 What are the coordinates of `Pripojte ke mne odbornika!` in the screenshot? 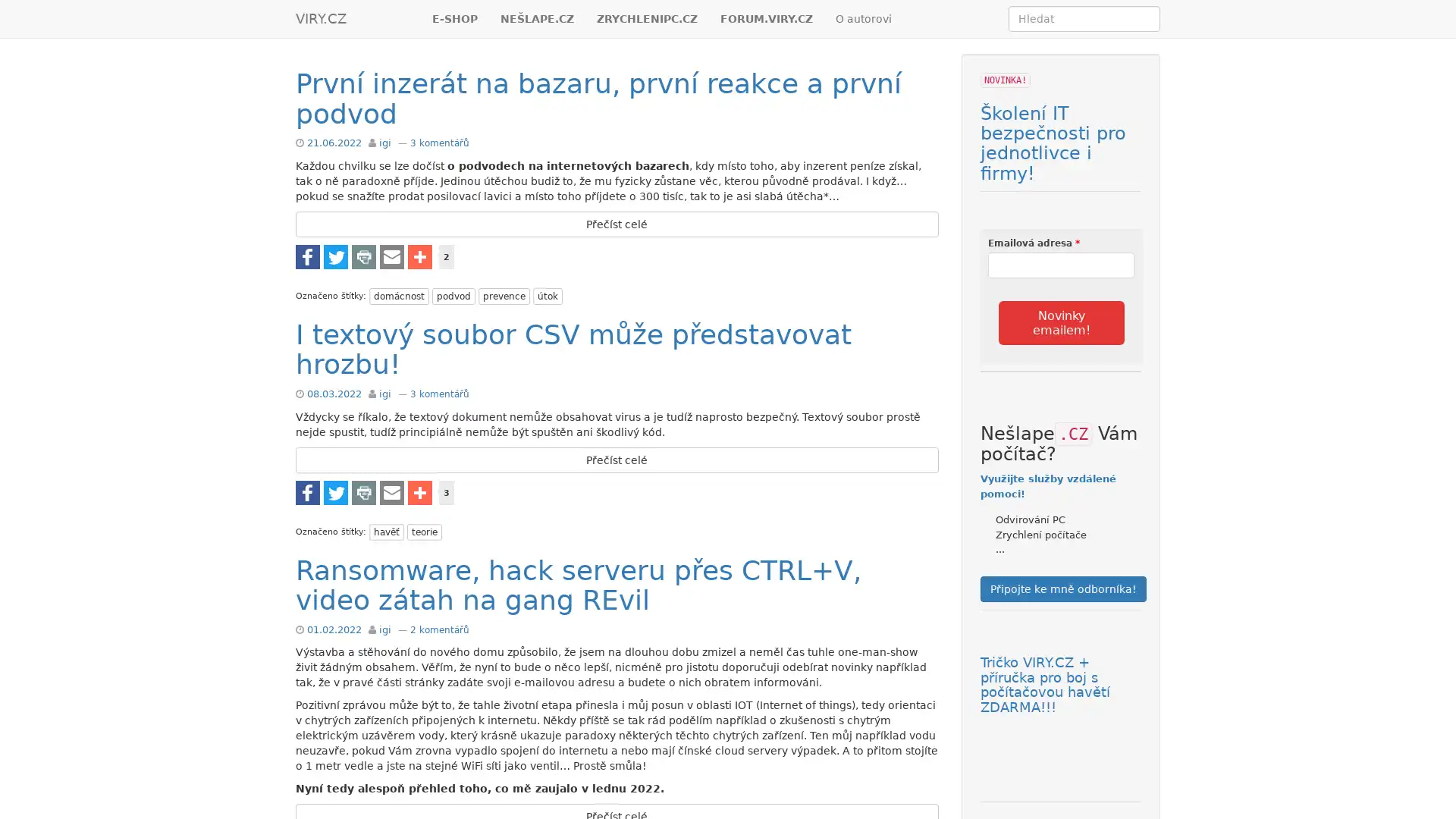 It's located at (1062, 587).